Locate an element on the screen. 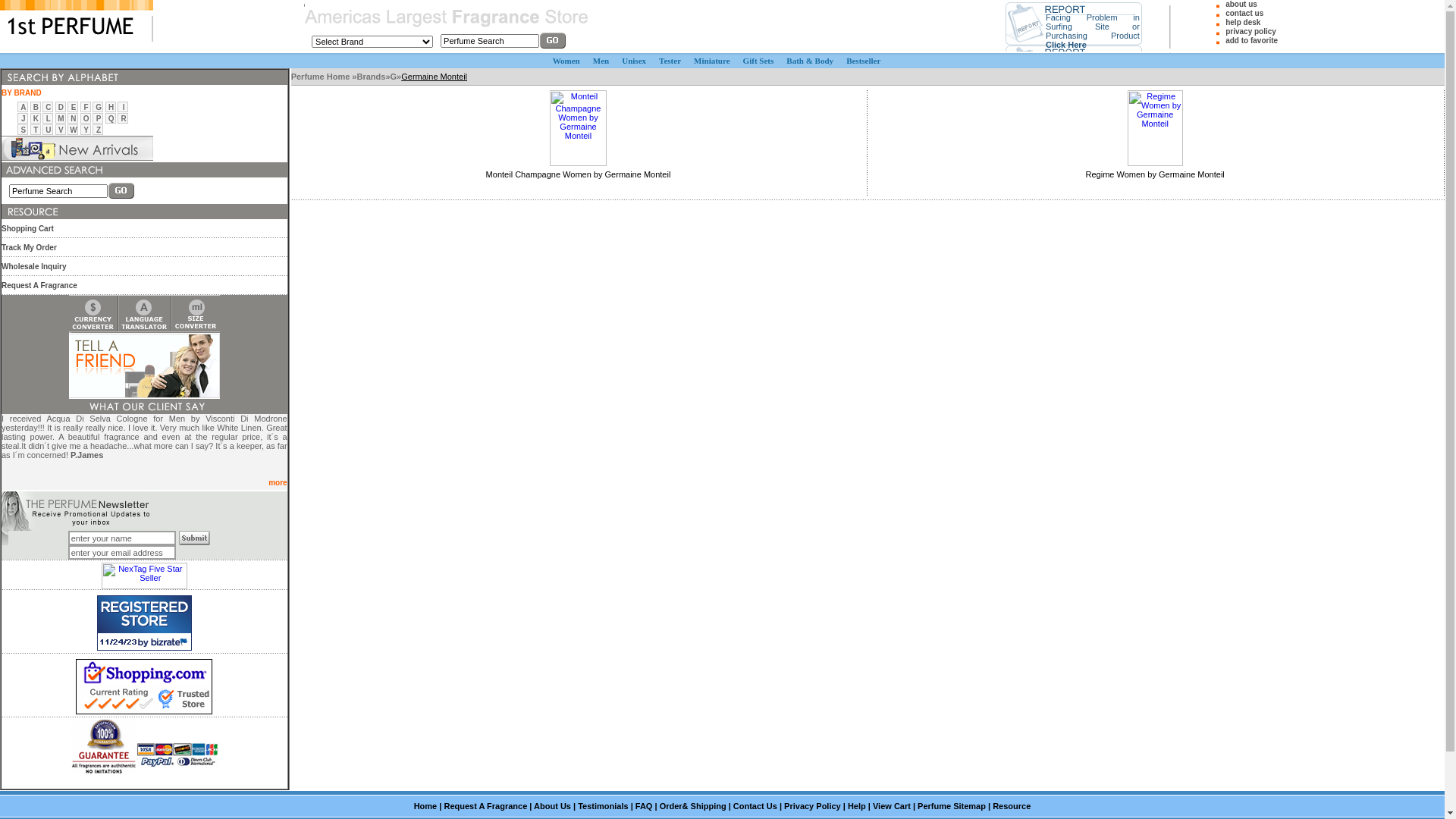 The height and width of the screenshot is (819, 1456). 'G' is located at coordinates (97, 106).